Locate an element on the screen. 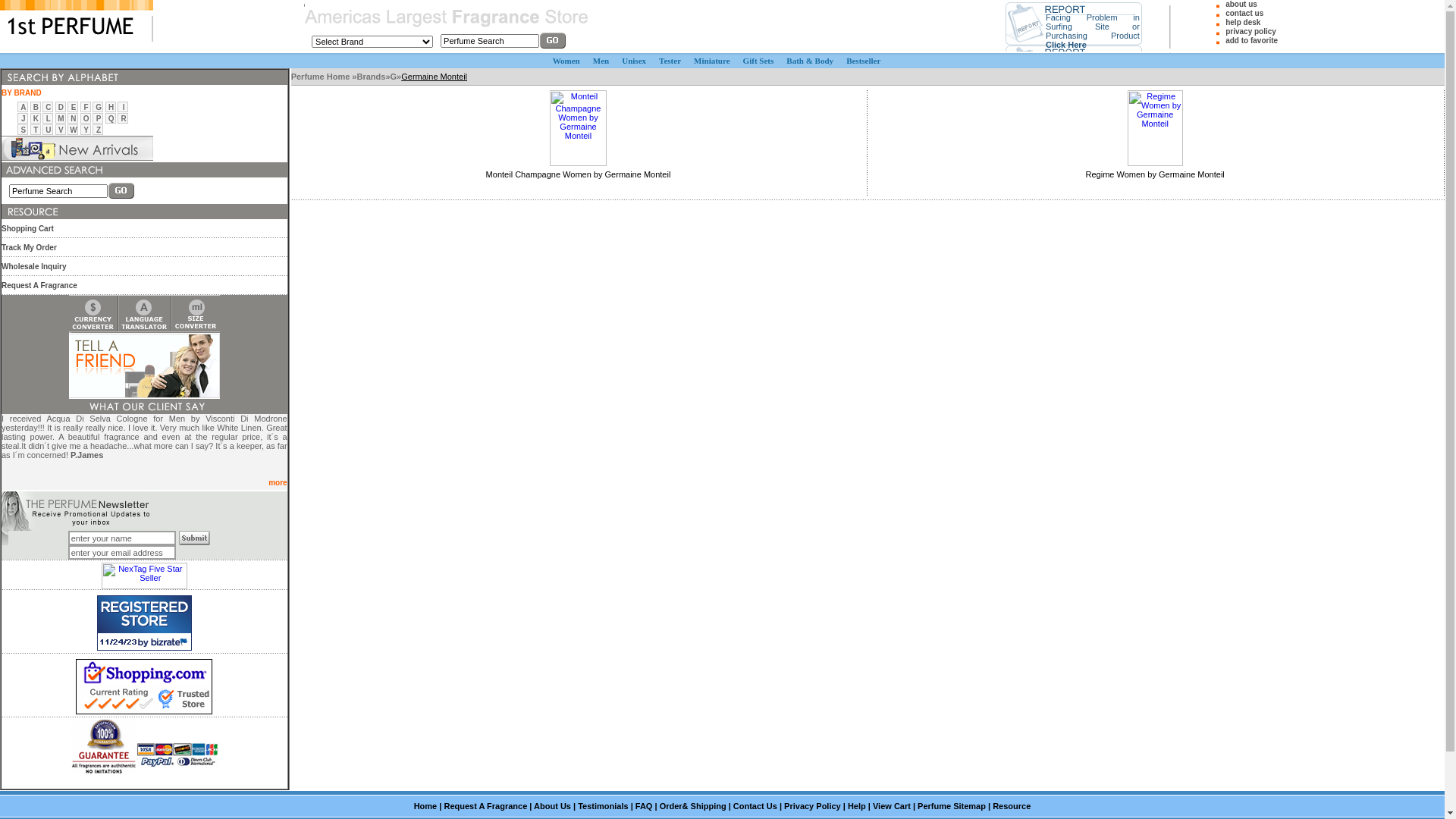 The height and width of the screenshot is (819, 1456). 'G' is located at coordinates (97, 106).